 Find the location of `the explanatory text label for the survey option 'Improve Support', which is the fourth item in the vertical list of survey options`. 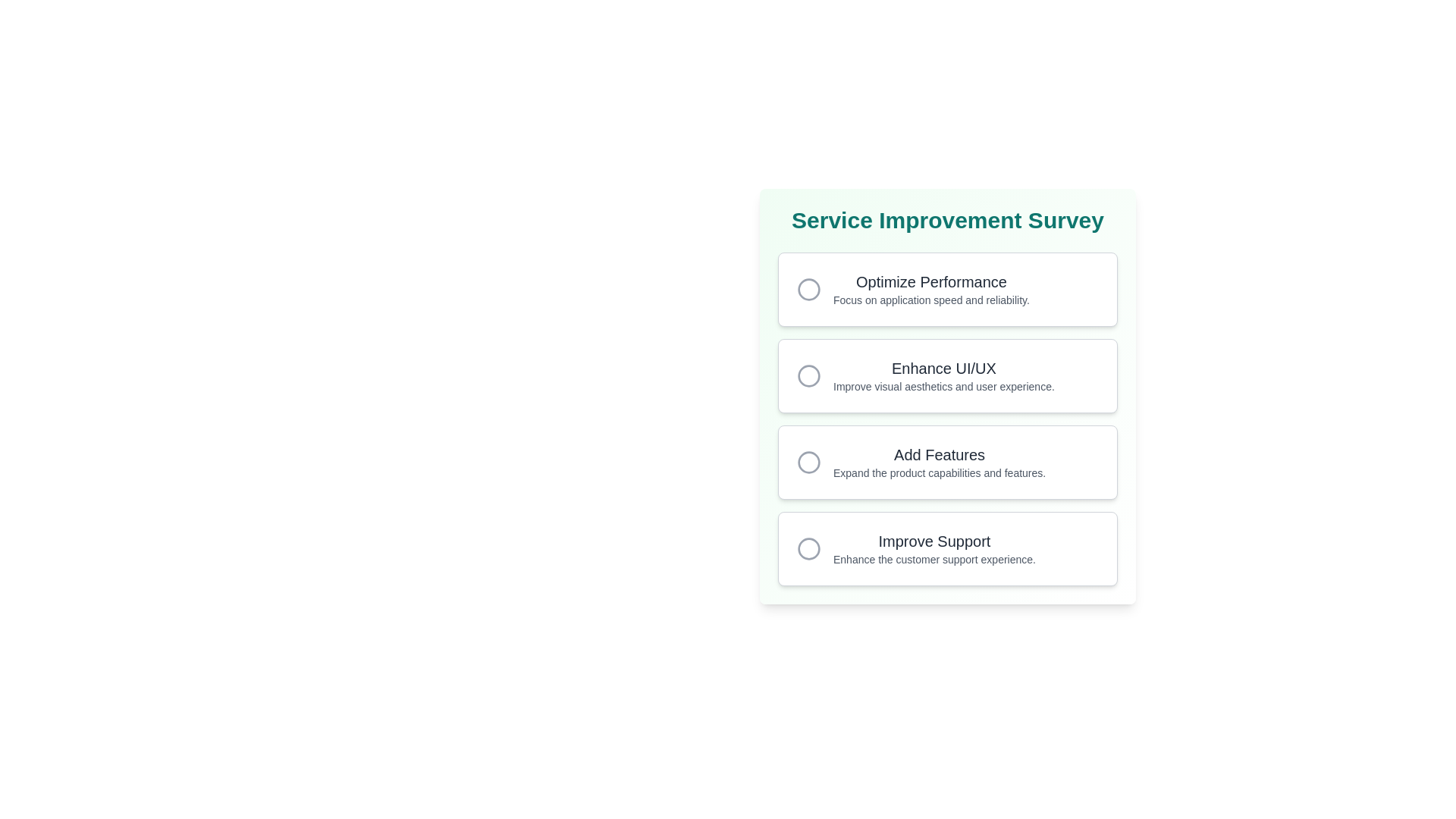

the explanatory text label for the survey option 'Improve Support', which is the fourth item in the vertical list of survey options is located at coordinates (934, 559).